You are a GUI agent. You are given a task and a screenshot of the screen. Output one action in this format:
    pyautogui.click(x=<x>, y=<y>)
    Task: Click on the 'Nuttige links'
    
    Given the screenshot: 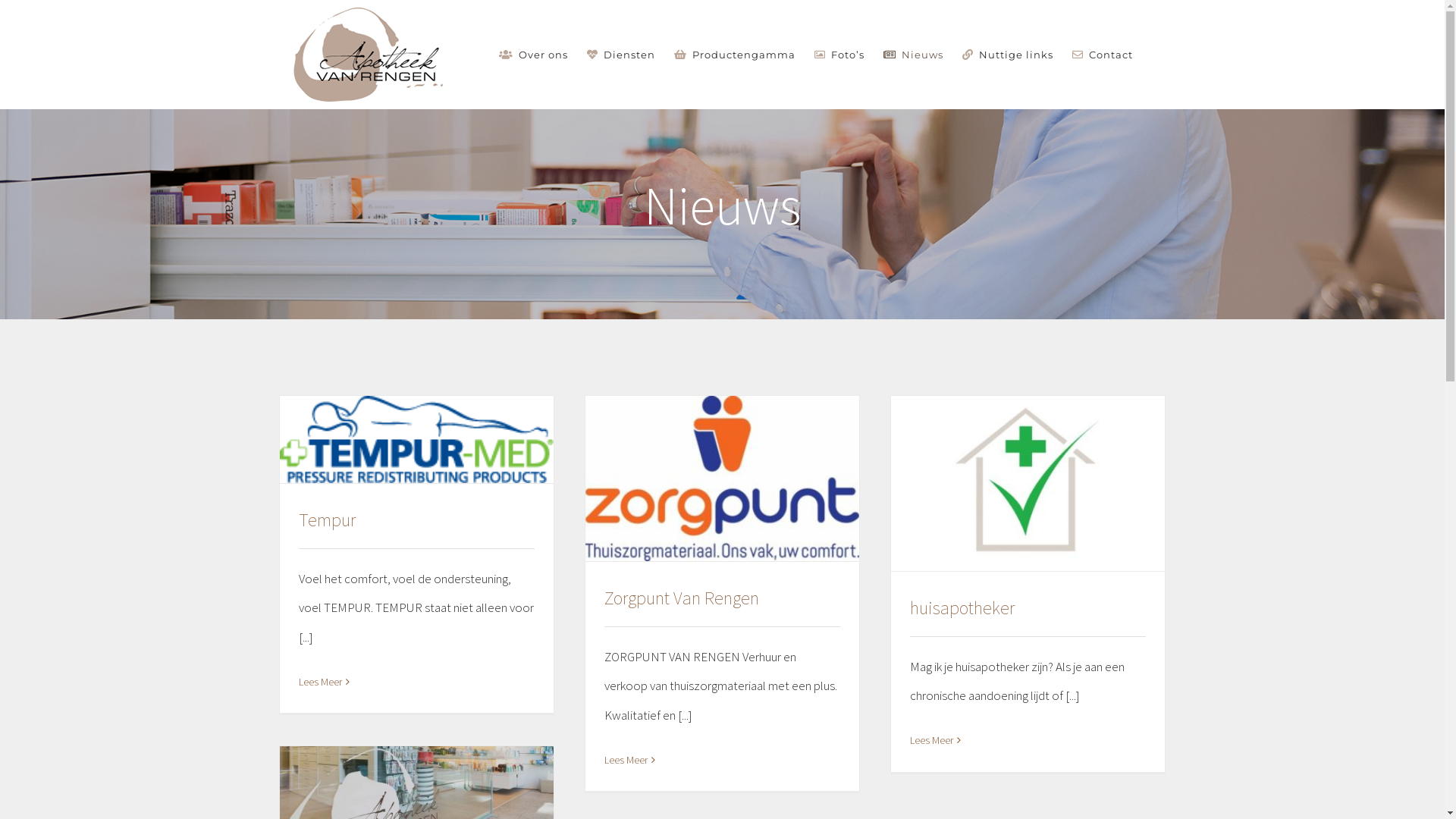 What is the action you would take?
    pyautogui.click(x=1008, y=54)
    